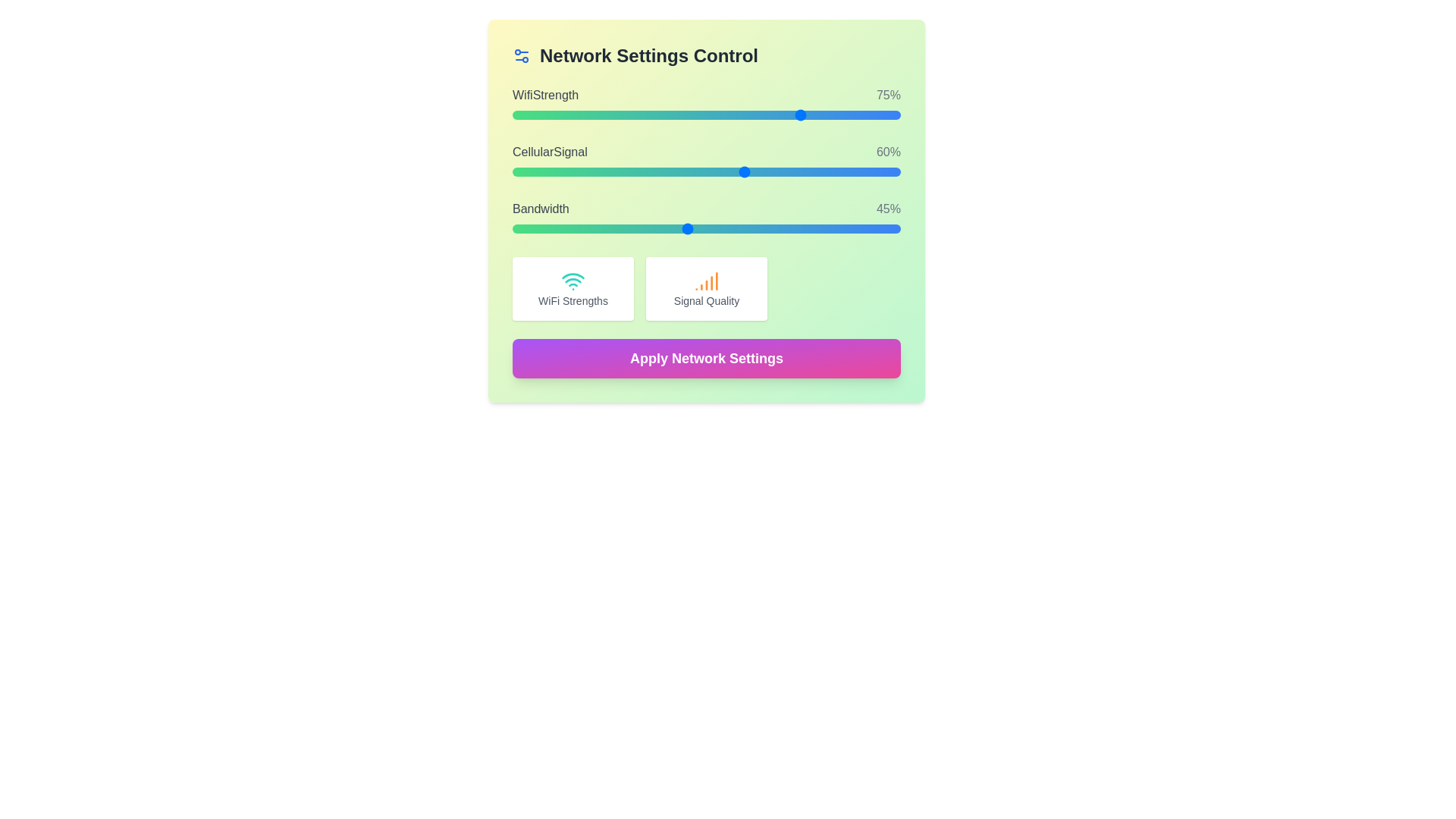 The image size is (1456, 819). Describe the element at coordinates (667, 228) in the screenshot. I see `the bandwidth slider` at that location.